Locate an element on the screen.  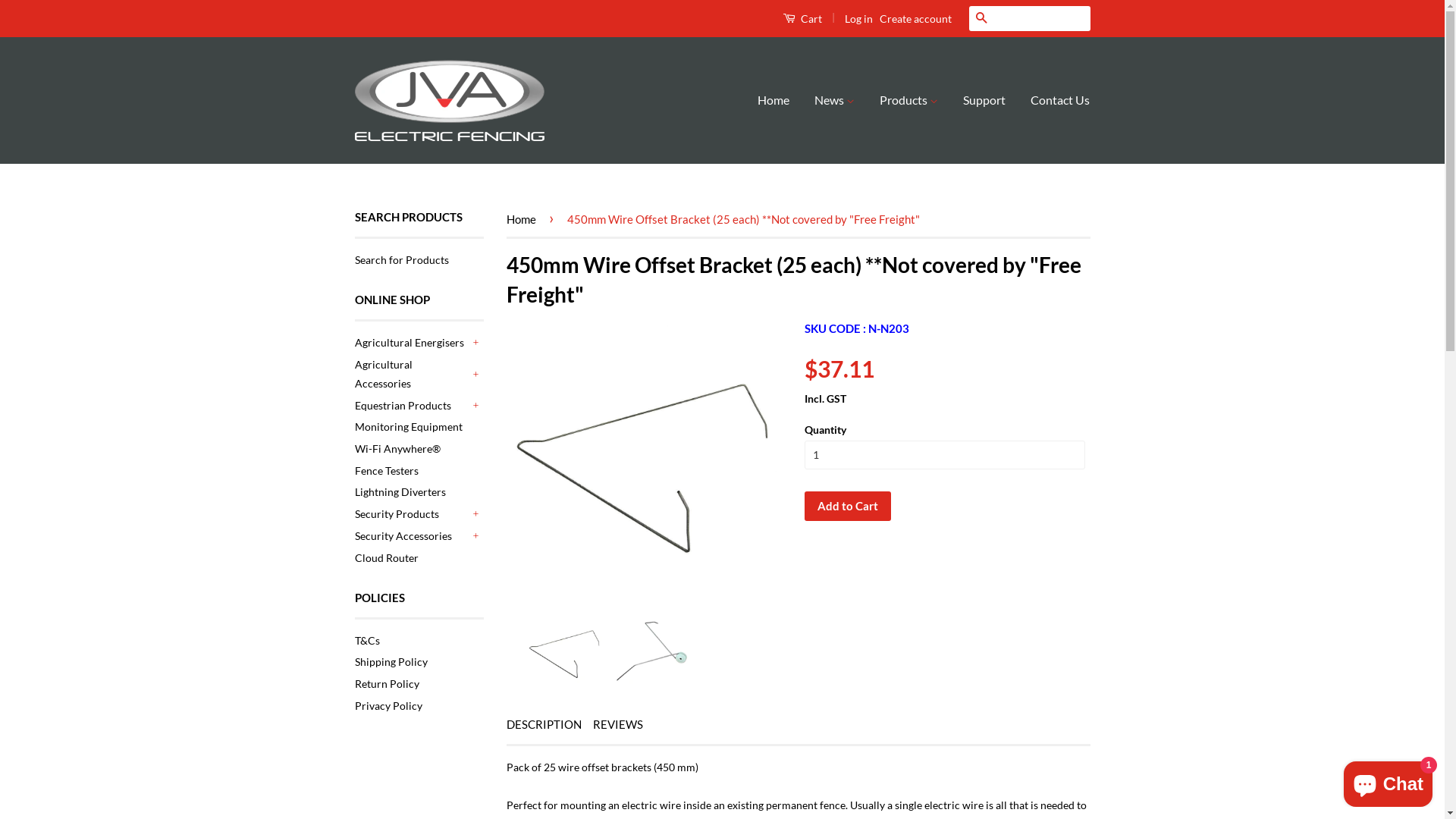
'Search' is located at coordinates (981, 18).